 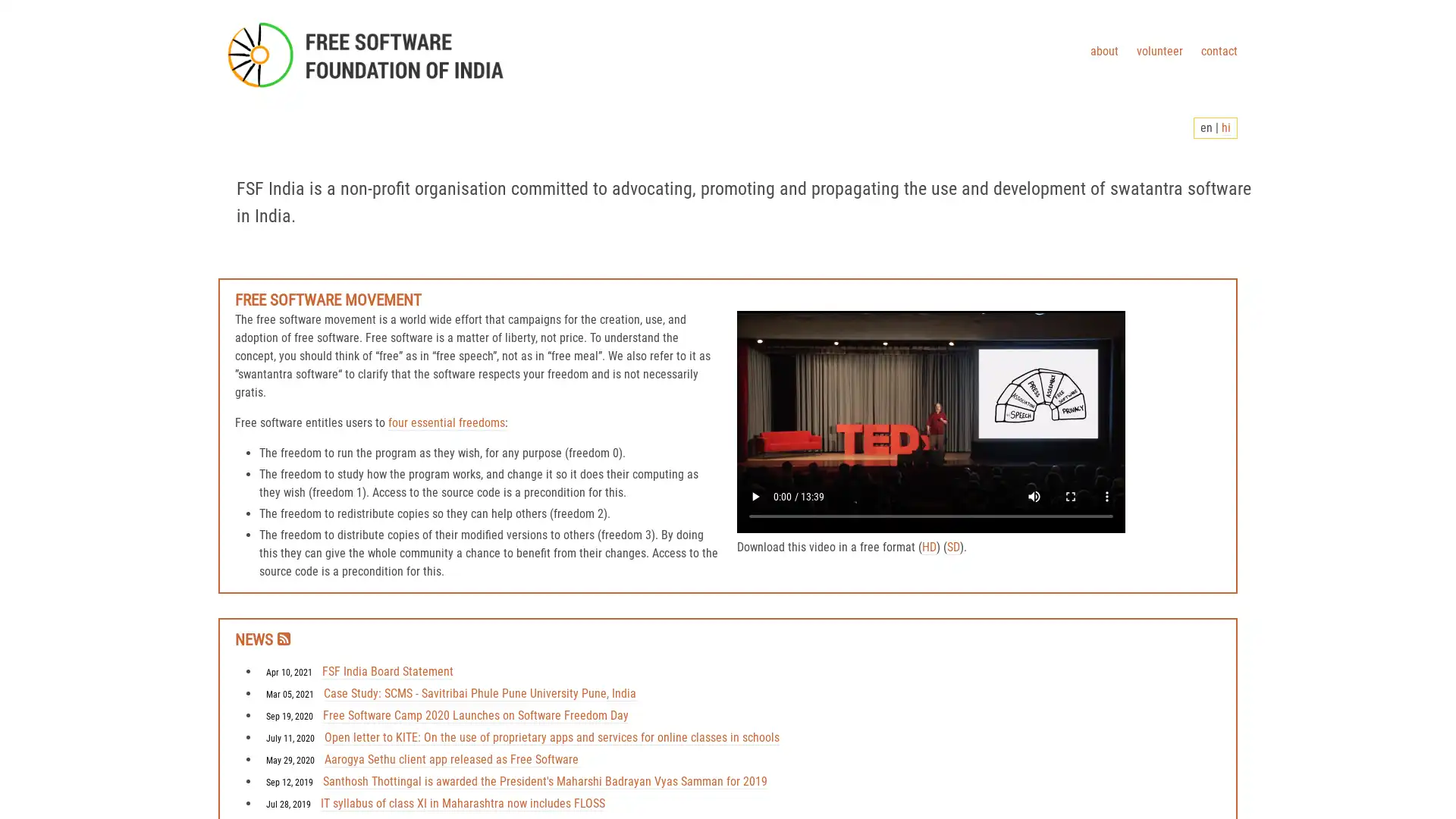 What do you see at coordinates (1106, 497) in the screenshot?
I see `show more media controls` at bounding box center [1106, 497].